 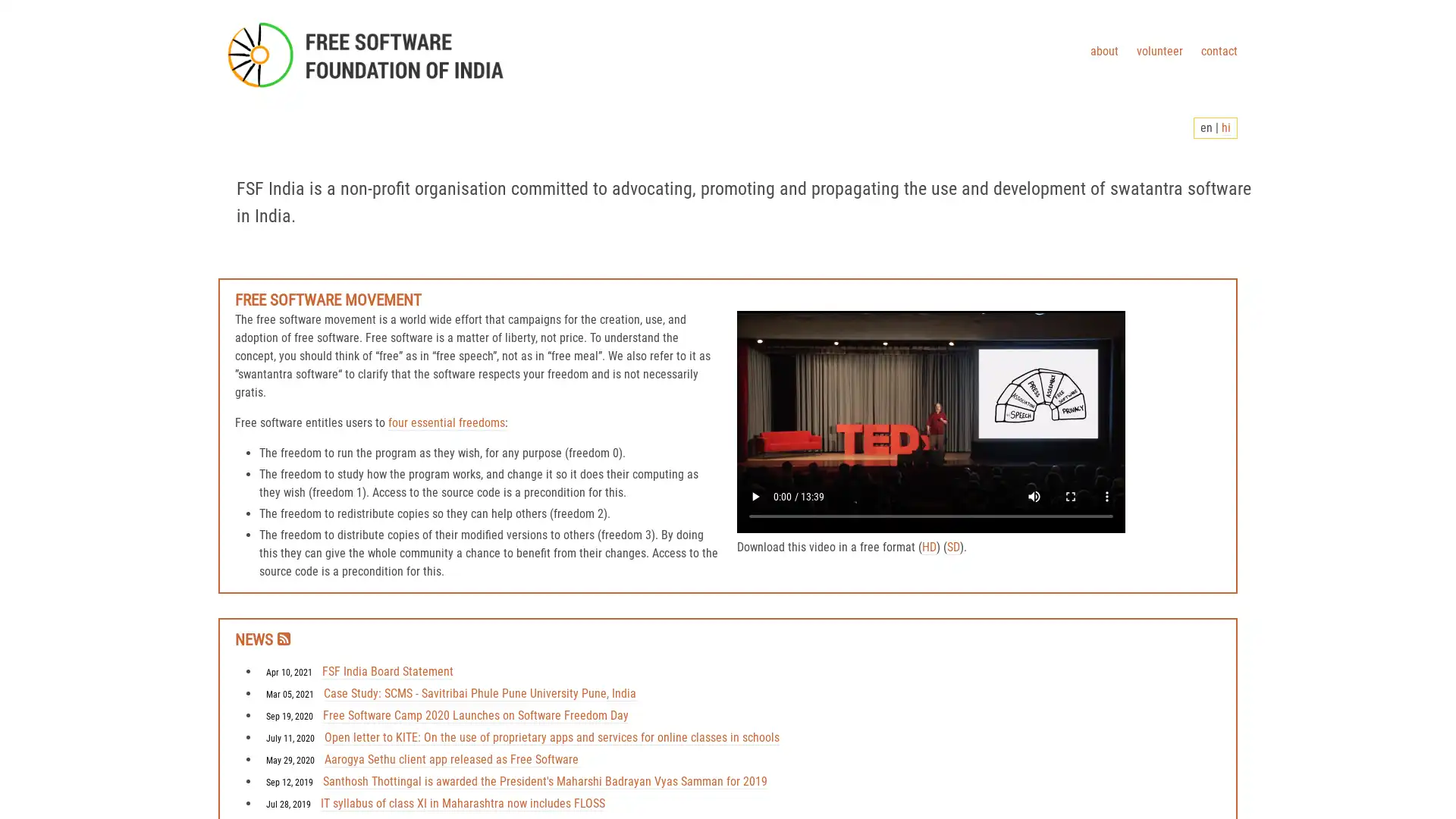 What do you see at coordinates (1106, 497) in the screenshot?
I see `show more media controls` at bounding box center [1106, 497].